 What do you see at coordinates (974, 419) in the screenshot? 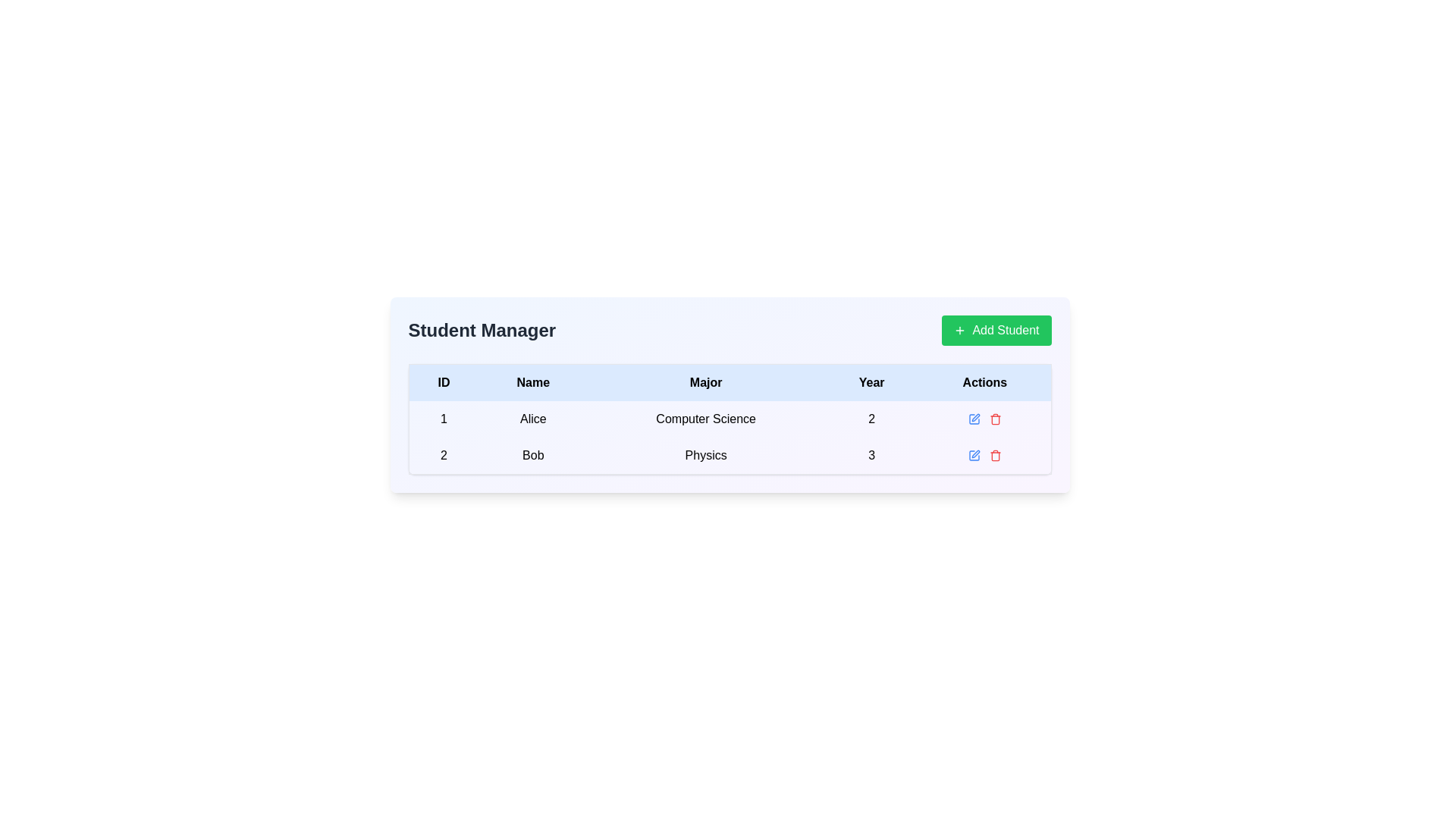
I see `the blue pen icon button in the 'Actions' column for the student named 'Bob'` at bounding box center [974, 419].